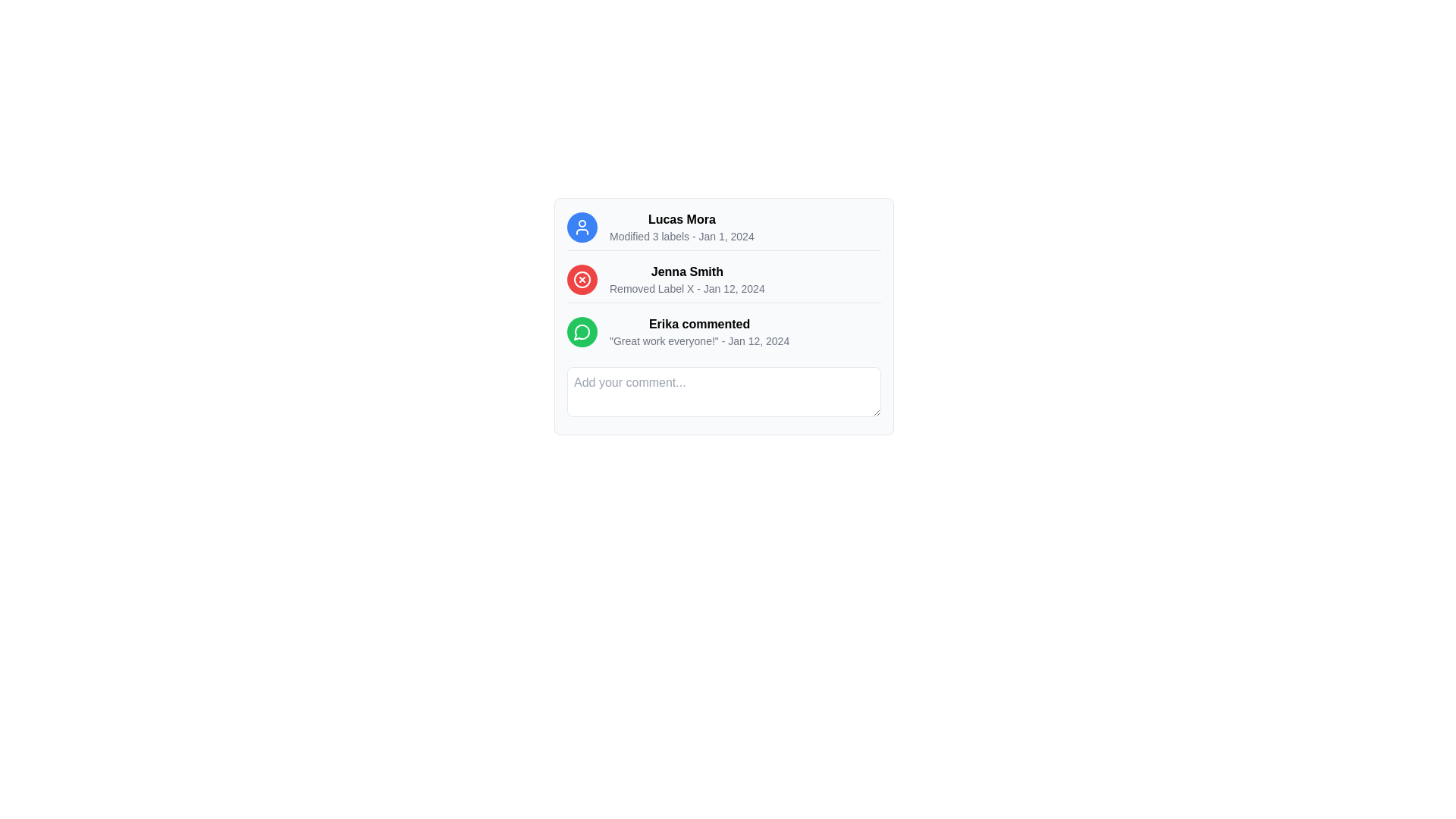 Image resolution: width=1456 pixels, height=819 pixels. Describe the element at coordinates (582, 280) in the screenshot. I see `the action button for 'Jenna Smith'` at that location.